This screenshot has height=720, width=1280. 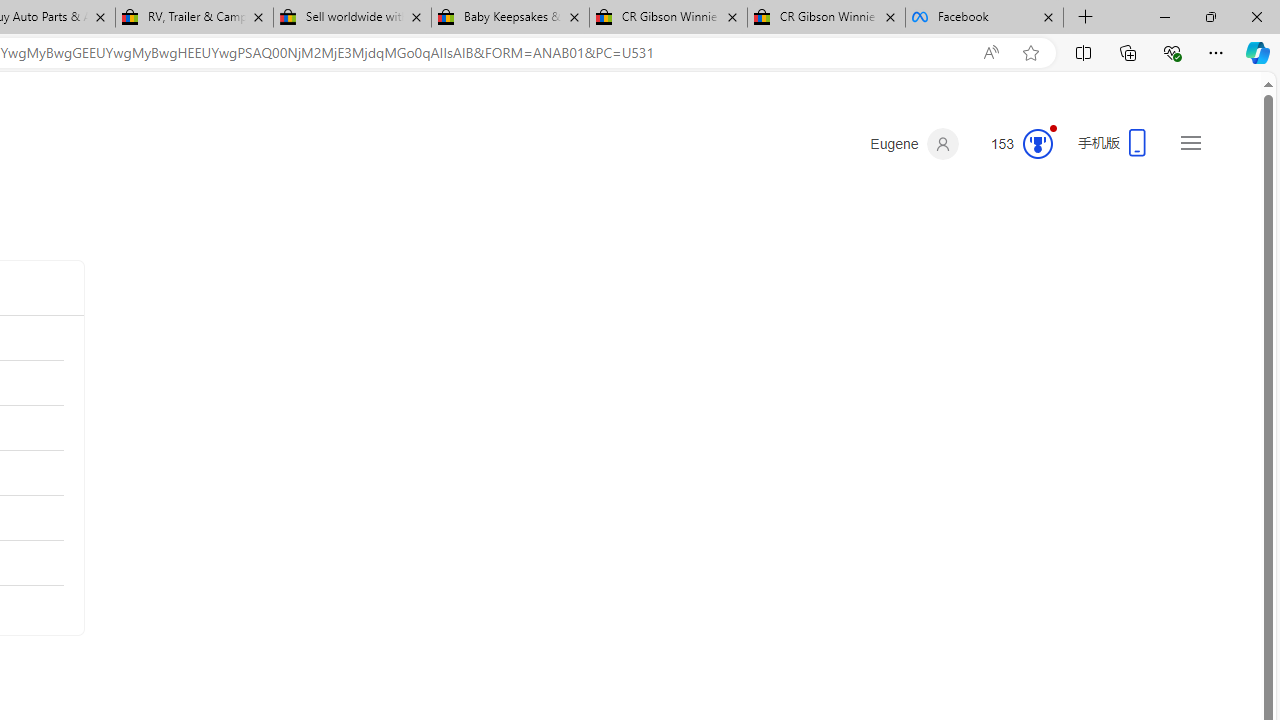 I want to click on 'Collections', so click(x=1128, y=51).